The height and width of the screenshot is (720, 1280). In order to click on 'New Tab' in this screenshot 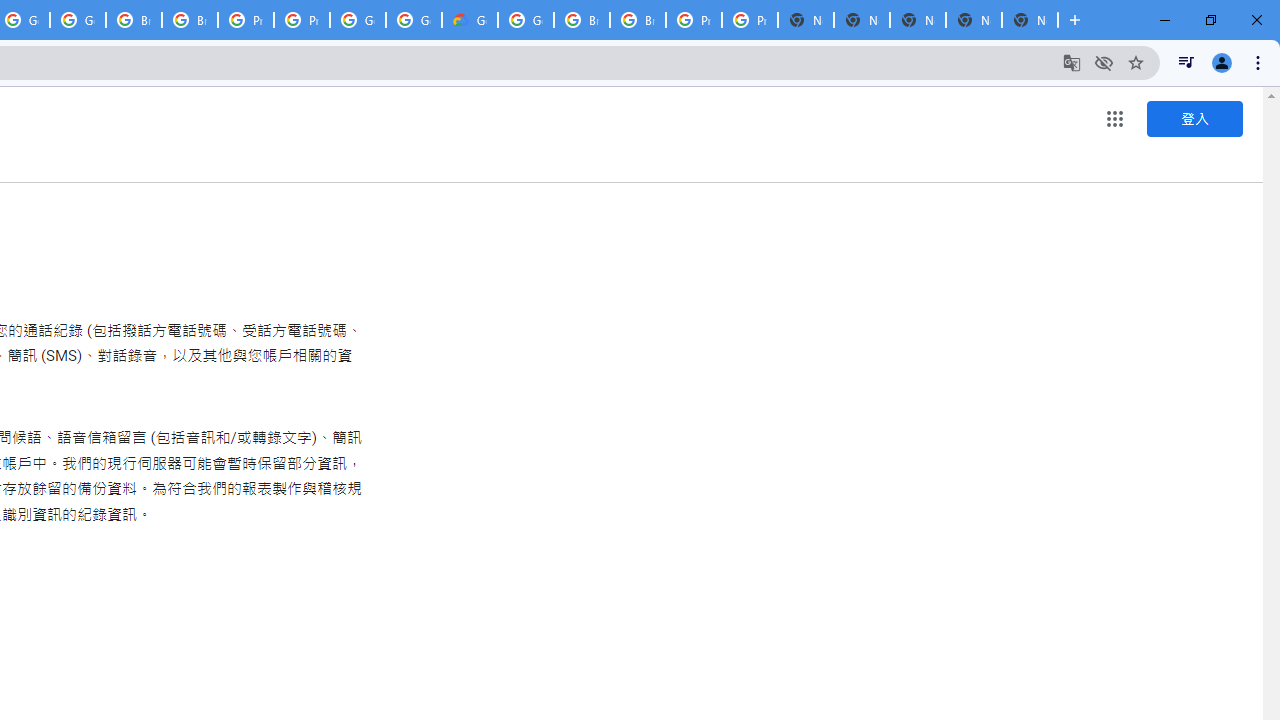, I will do `click(1030, 20)`.